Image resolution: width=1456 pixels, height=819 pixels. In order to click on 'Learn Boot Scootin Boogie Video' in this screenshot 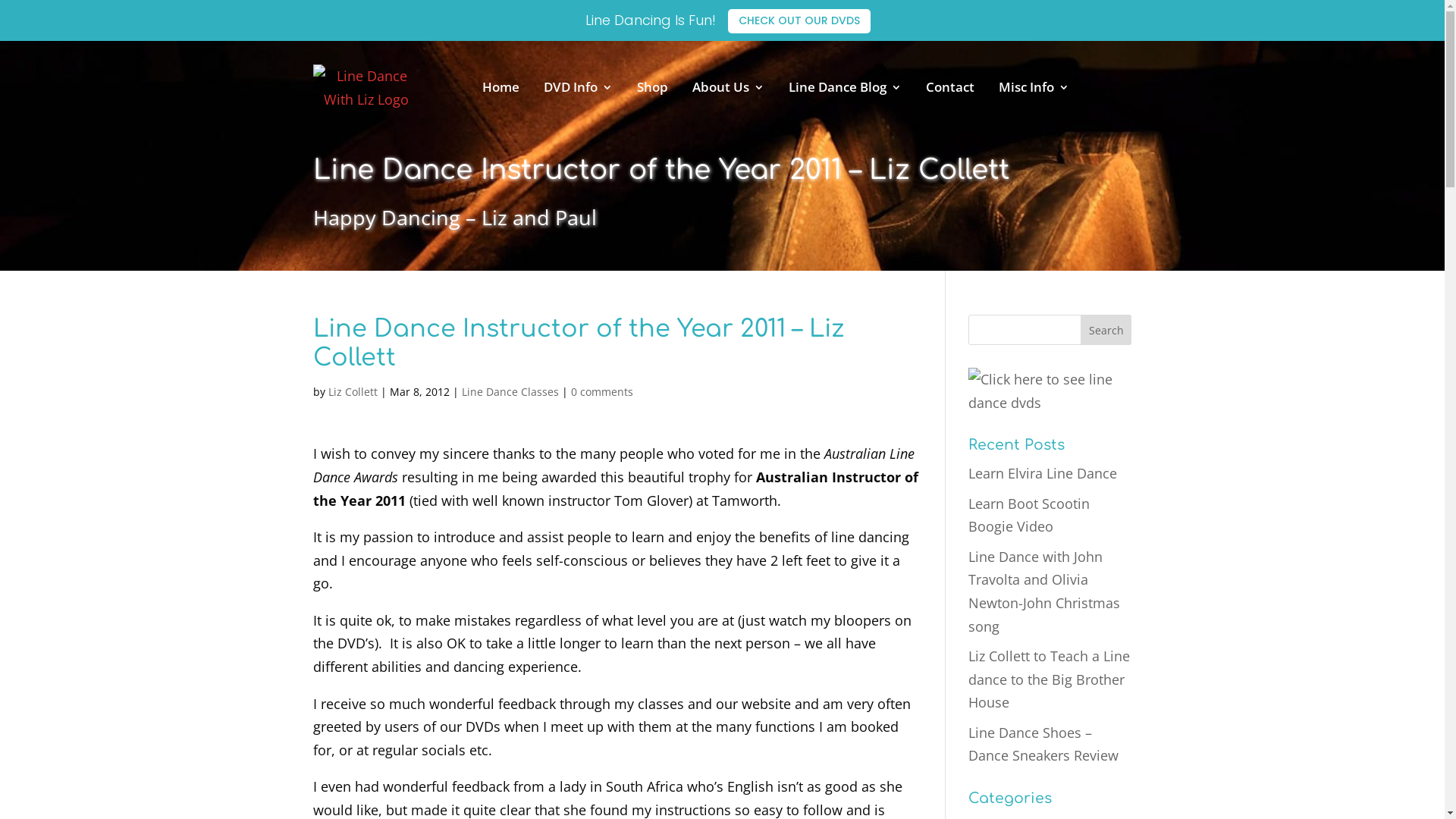, I will do `click(1029, 514)`.